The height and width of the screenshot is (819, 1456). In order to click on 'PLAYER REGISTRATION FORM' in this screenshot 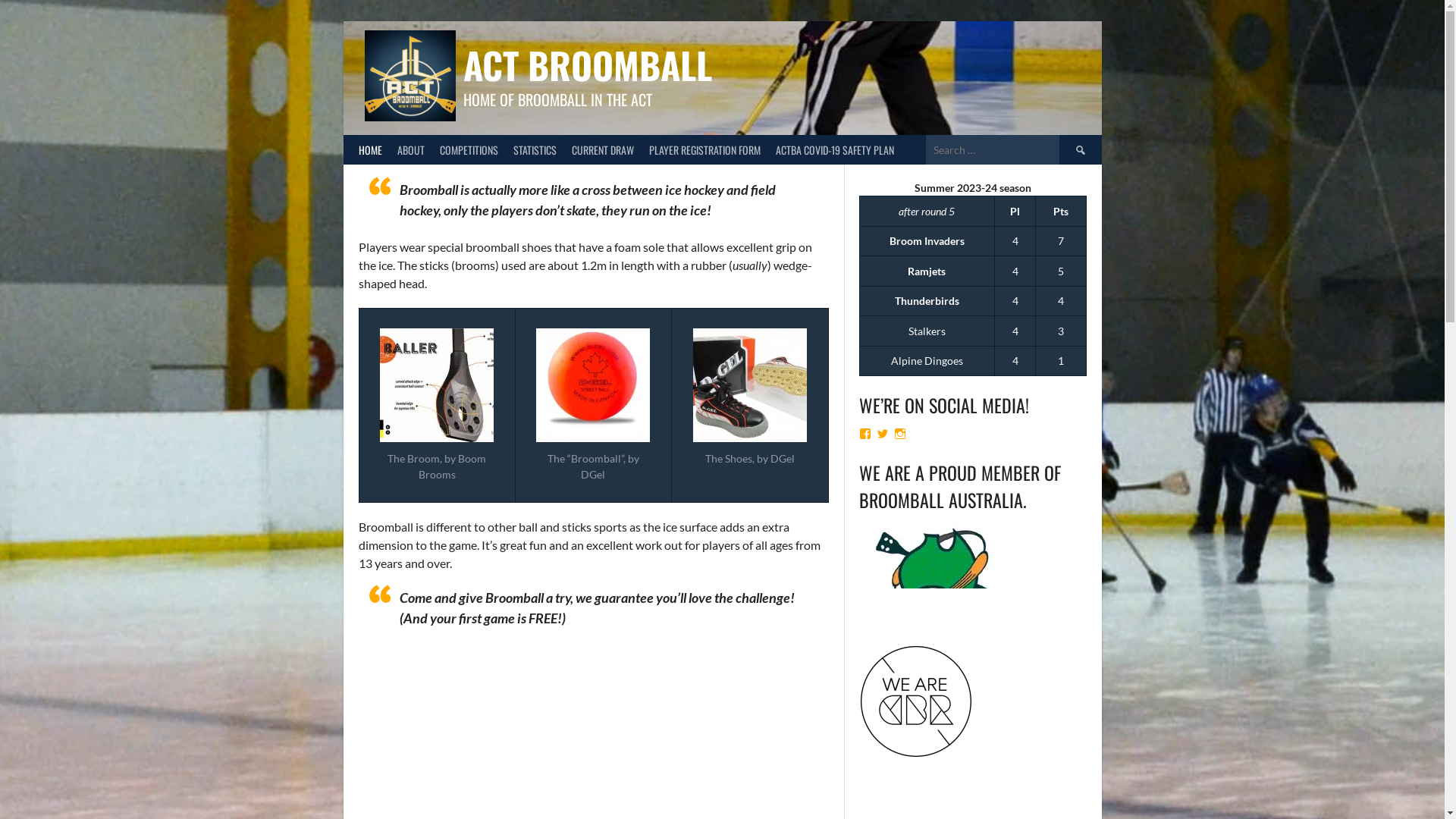, I will do `click(704, 149)`.